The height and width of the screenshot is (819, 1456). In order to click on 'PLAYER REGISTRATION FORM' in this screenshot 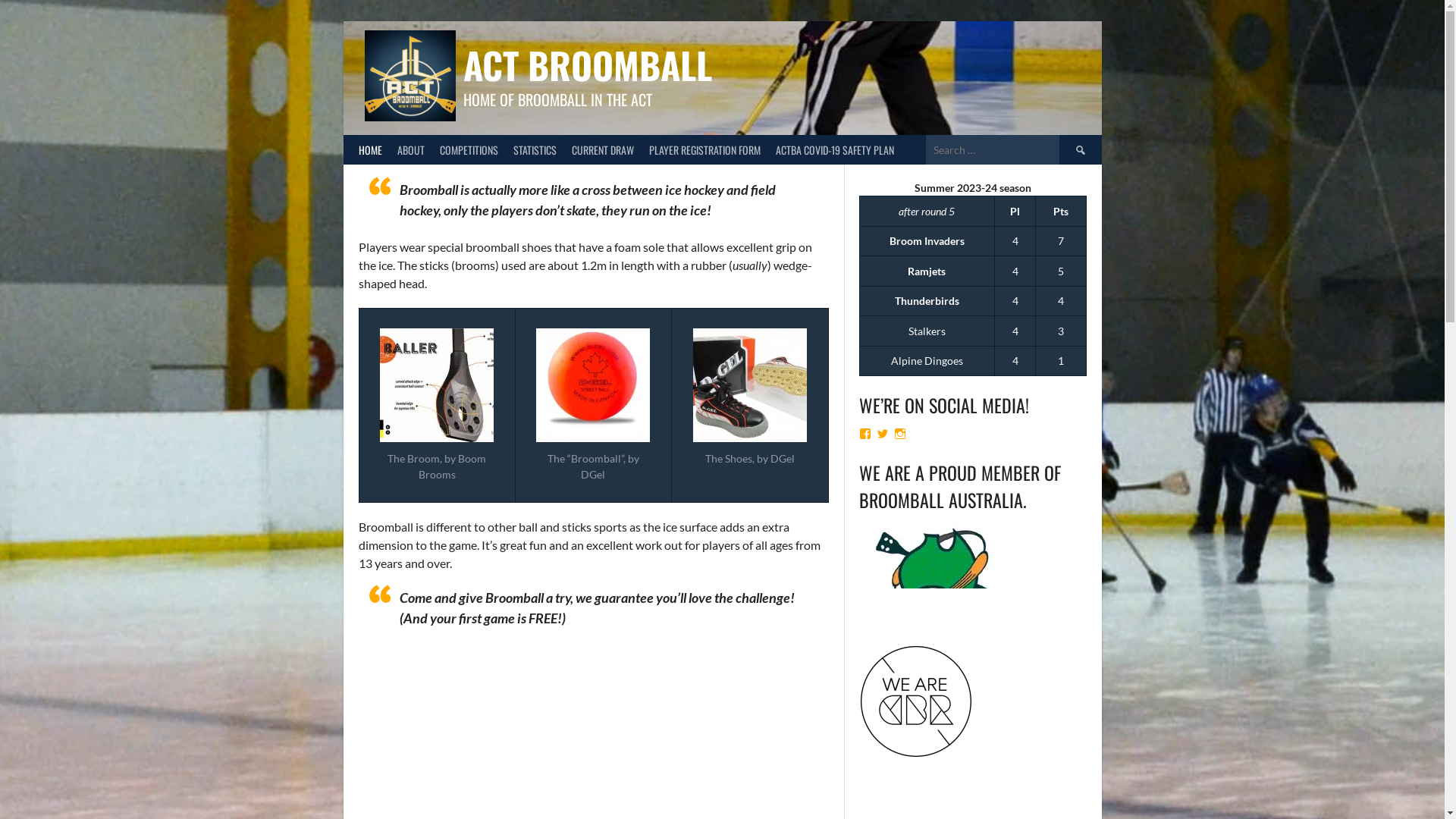, I will do `click(704, 149)`.